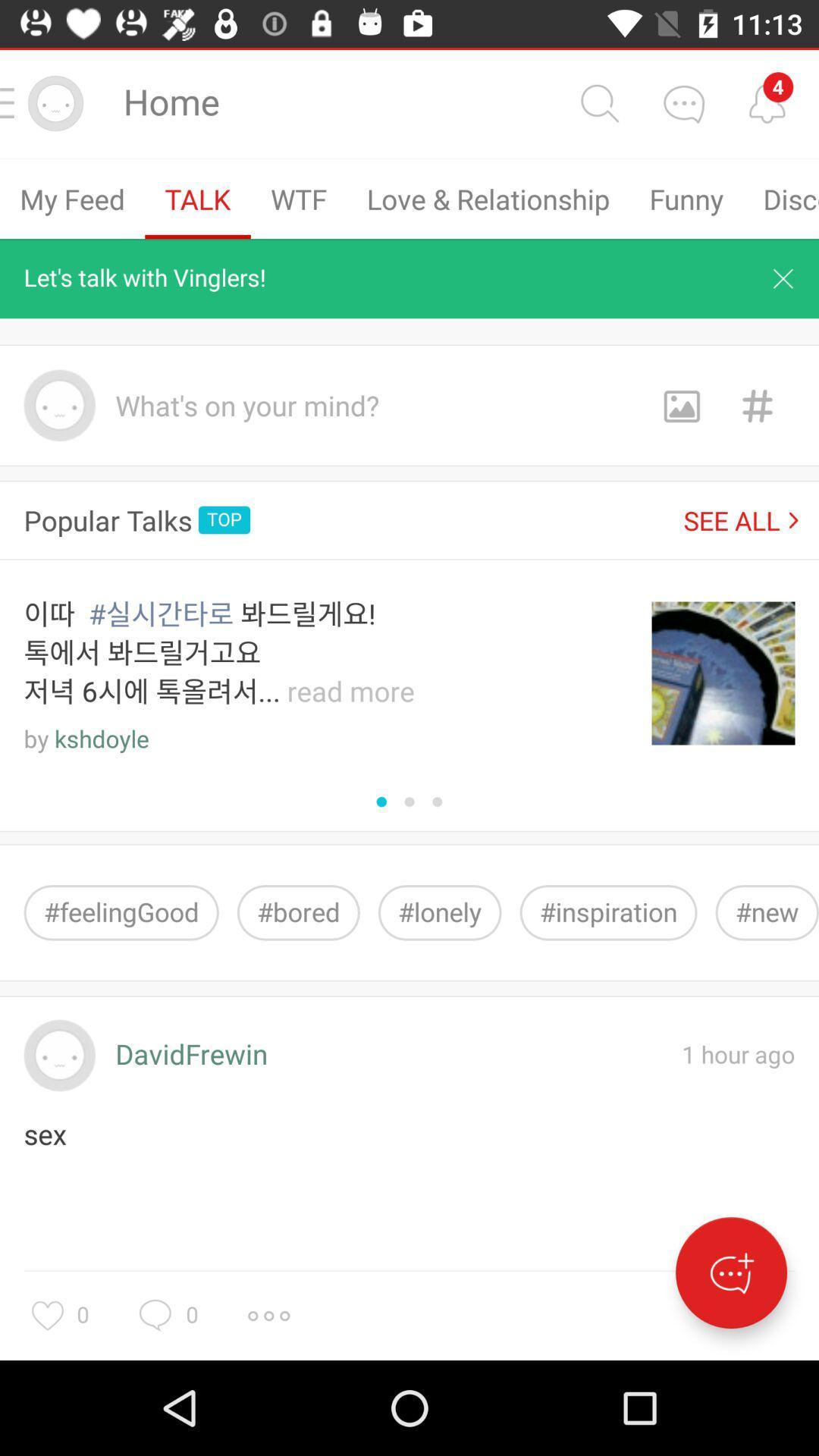 This screenshot has width=819, height=1456. What do you see at coordinates (767, 102) in the screenshot?
I see `check the notifications` at bounding box center [767, 102].